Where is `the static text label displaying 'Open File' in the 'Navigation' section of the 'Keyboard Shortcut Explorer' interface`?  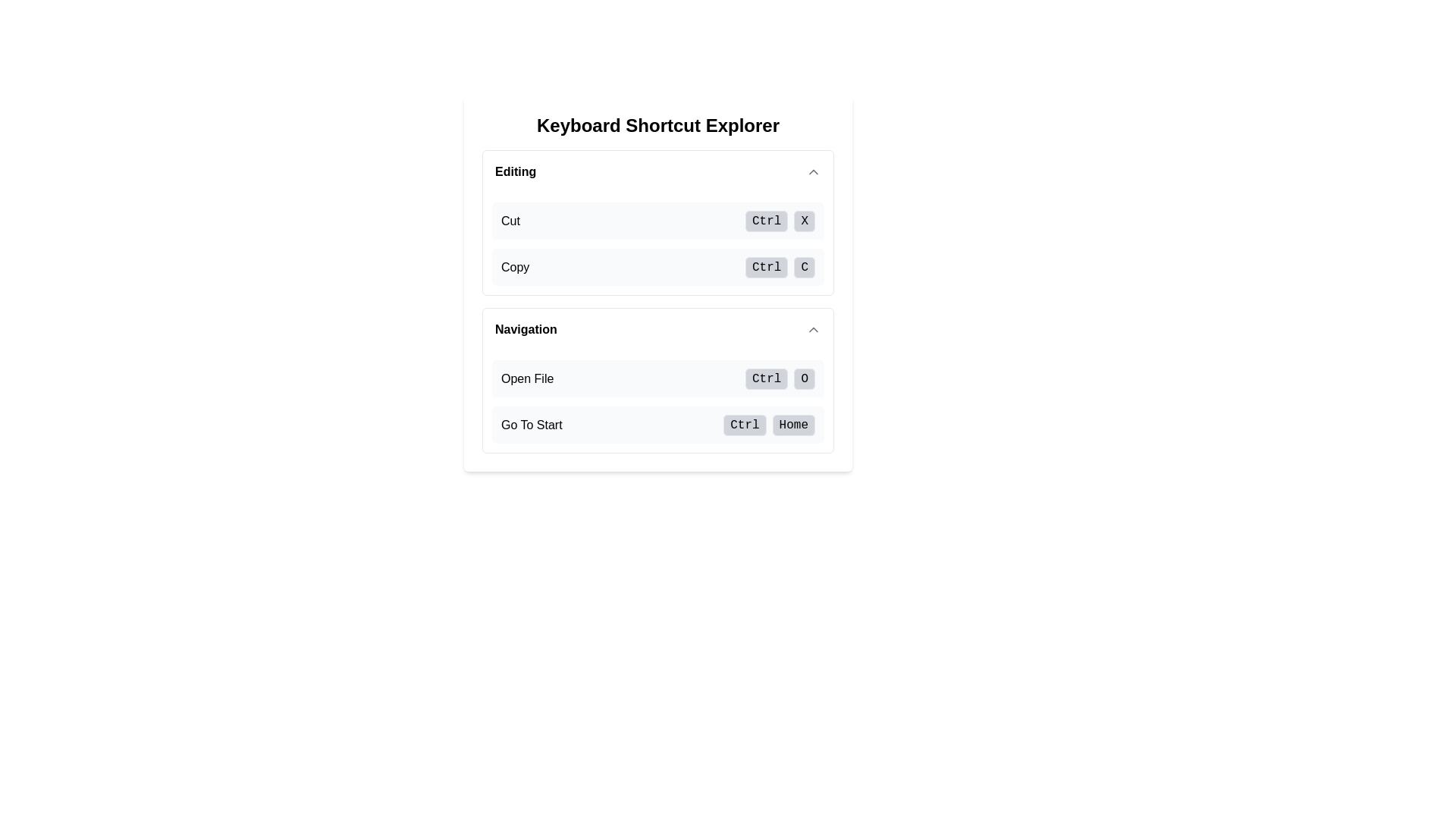 the static text label displaying 'Open File' in the 'Navigation' section of the 'Keyboard Shortcut Explorer' interface is located at coordinates (527, 378).